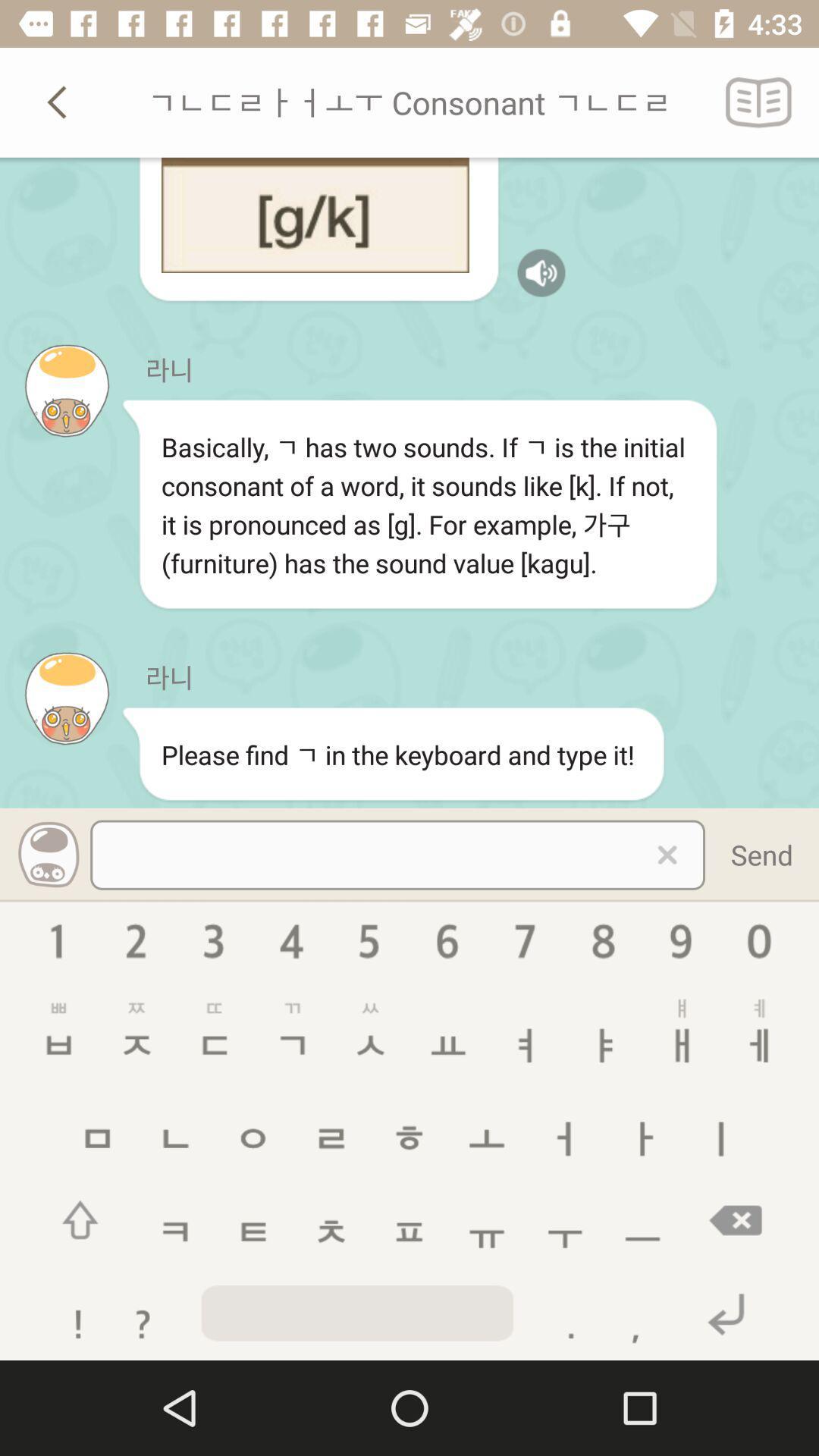  I want to click on the close icon, so click(667, 855).